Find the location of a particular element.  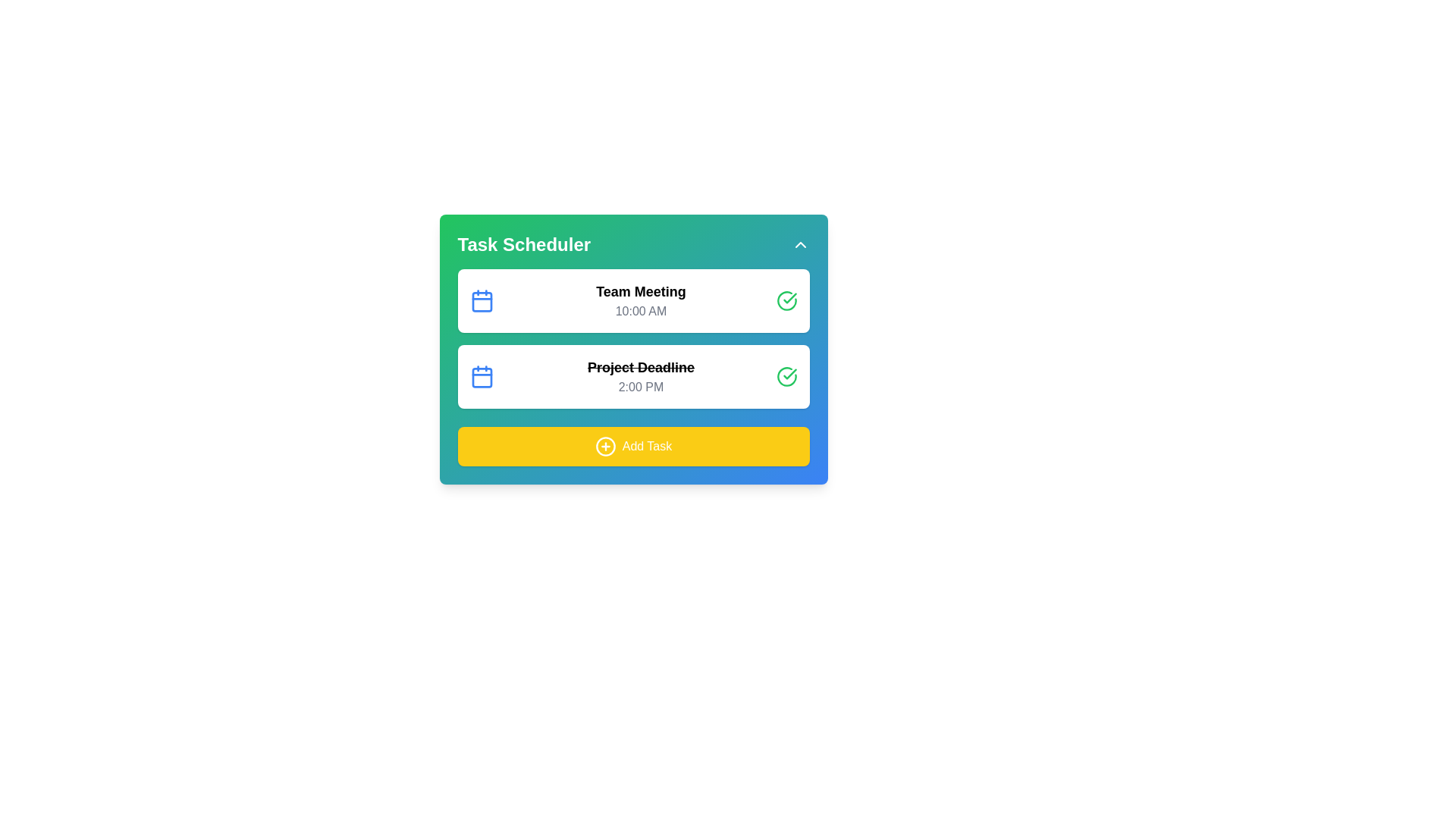

the static text label displaying '2:00 PM', which is located beneath the 'Project Deadline' title in the second task card is located at coordinates (641, 386).